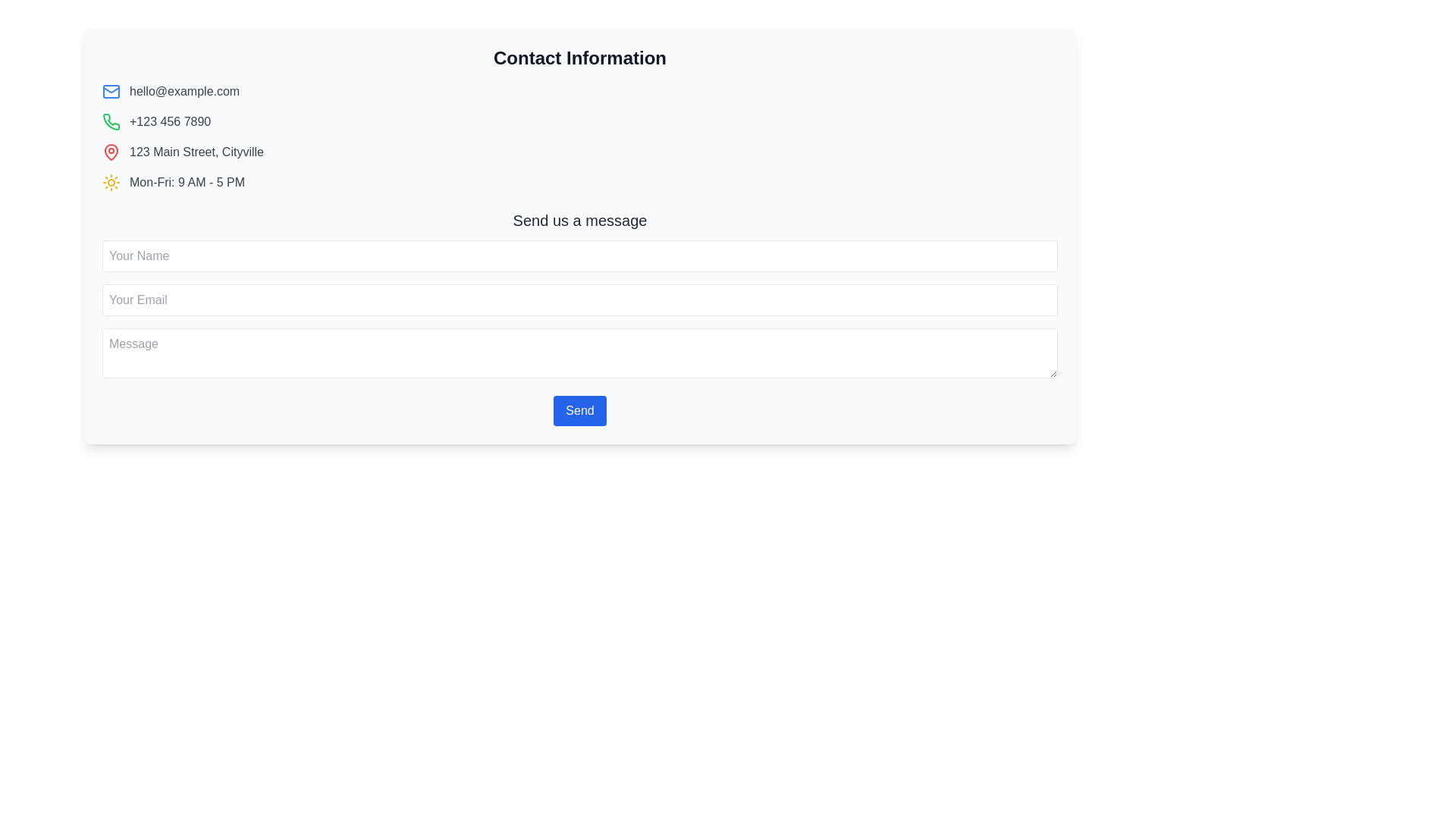 This screenshot has height=819, width=1456. I want to click on the text label displaying the contact phone number, which is located immediately to the right of the phone icon and below the email address in the contact information list, so click(170, 121).